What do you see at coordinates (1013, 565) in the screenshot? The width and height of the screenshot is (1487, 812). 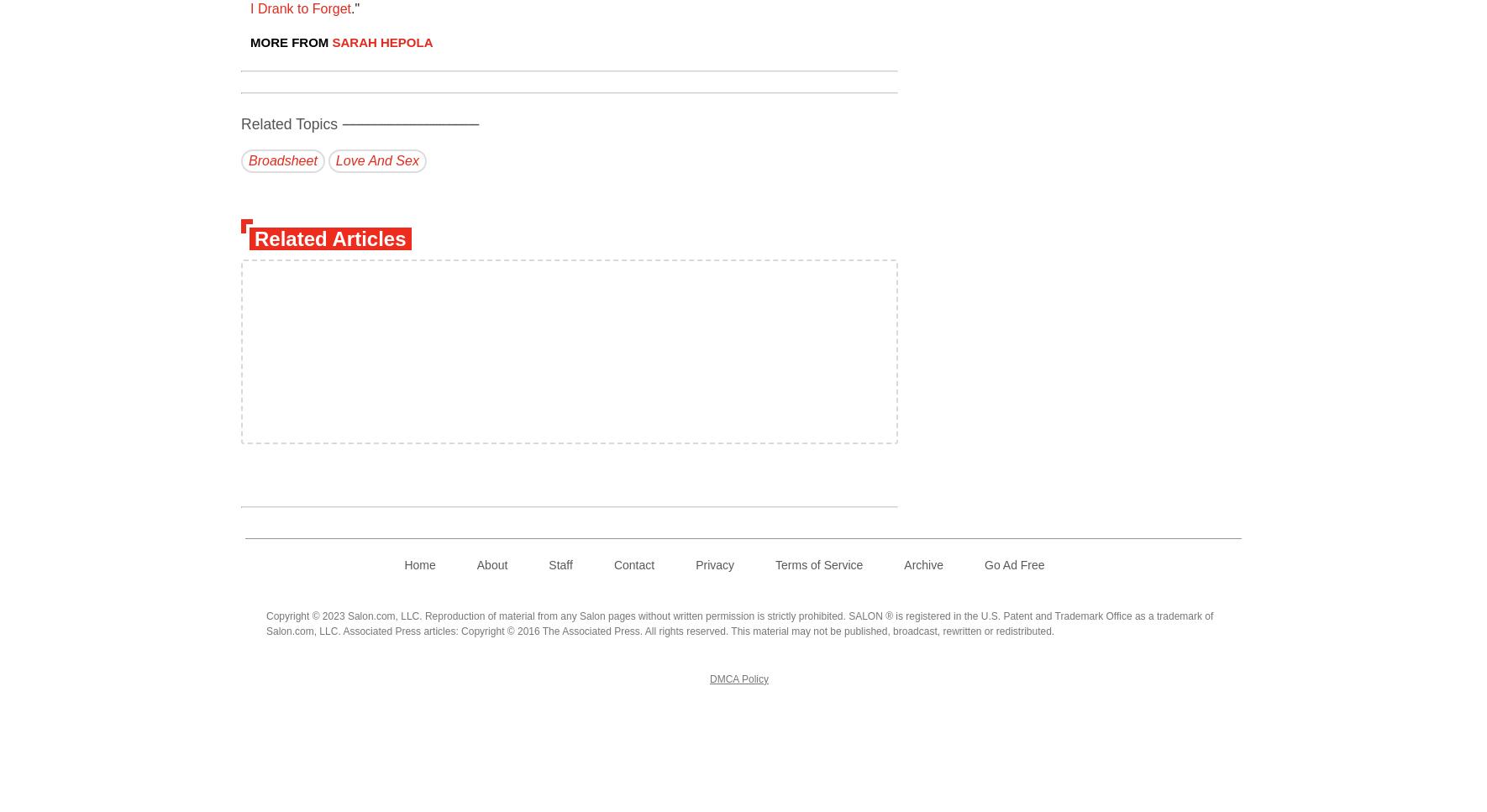 I see `'Go Ad Free'` at bounding box center [1013, 565].